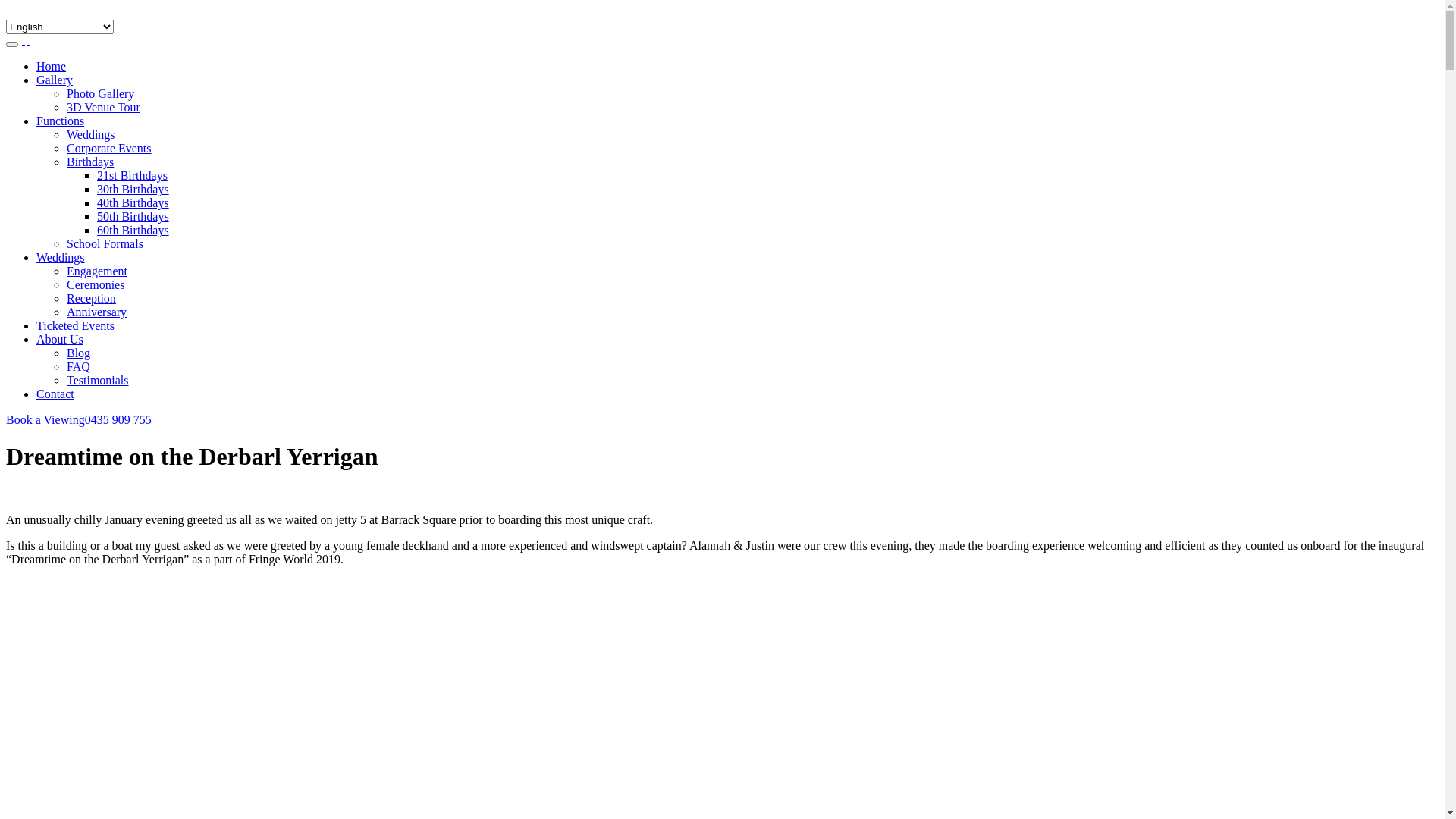  Describe the element at coordinates (61, 256) in the screenshot. I see `'Weddings'` at that location.